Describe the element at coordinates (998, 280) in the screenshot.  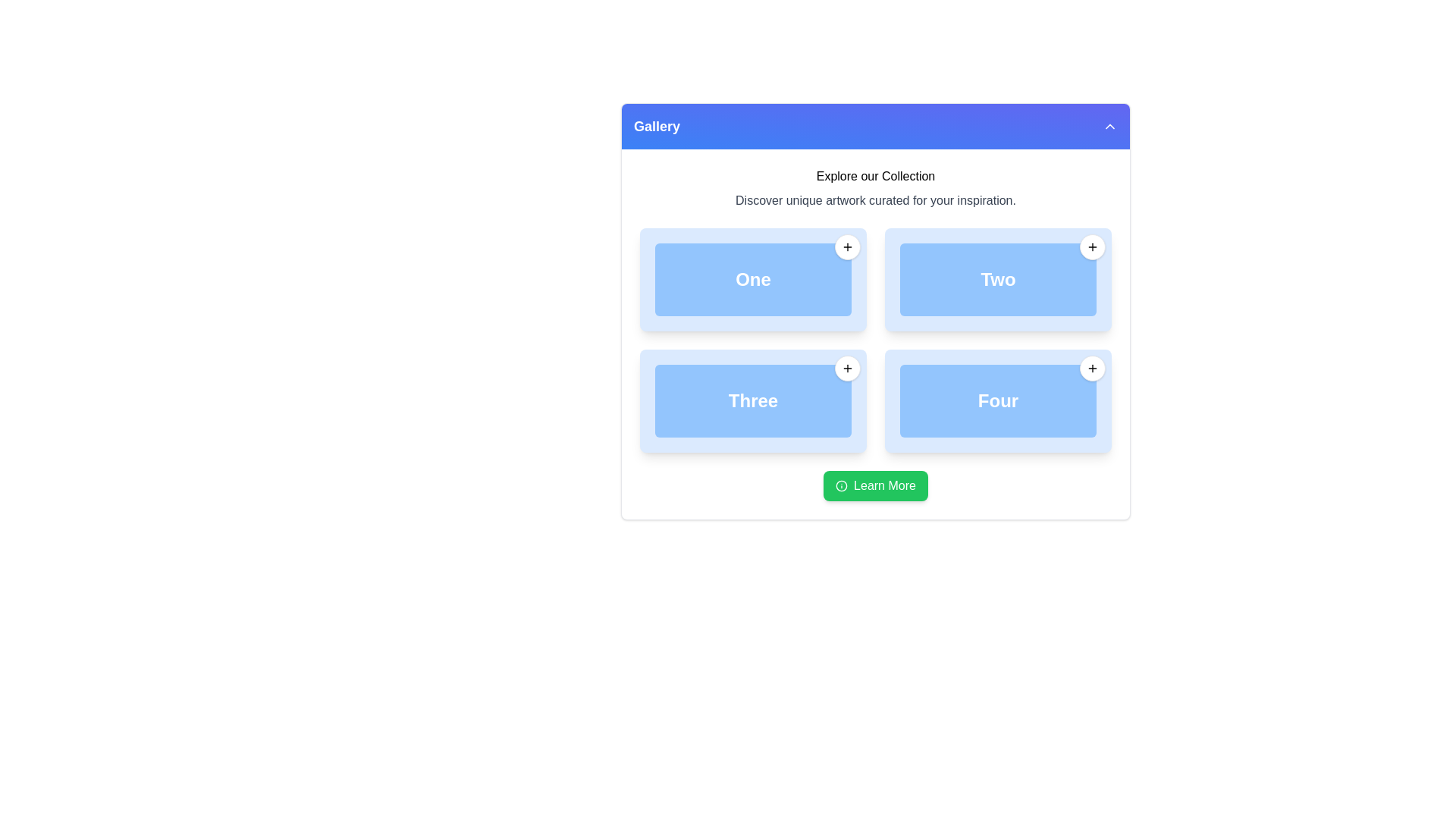
I see `text content of the label located in the top-right card of a 2x2 grid layout, which serves as a descriptor for the card` at that location.